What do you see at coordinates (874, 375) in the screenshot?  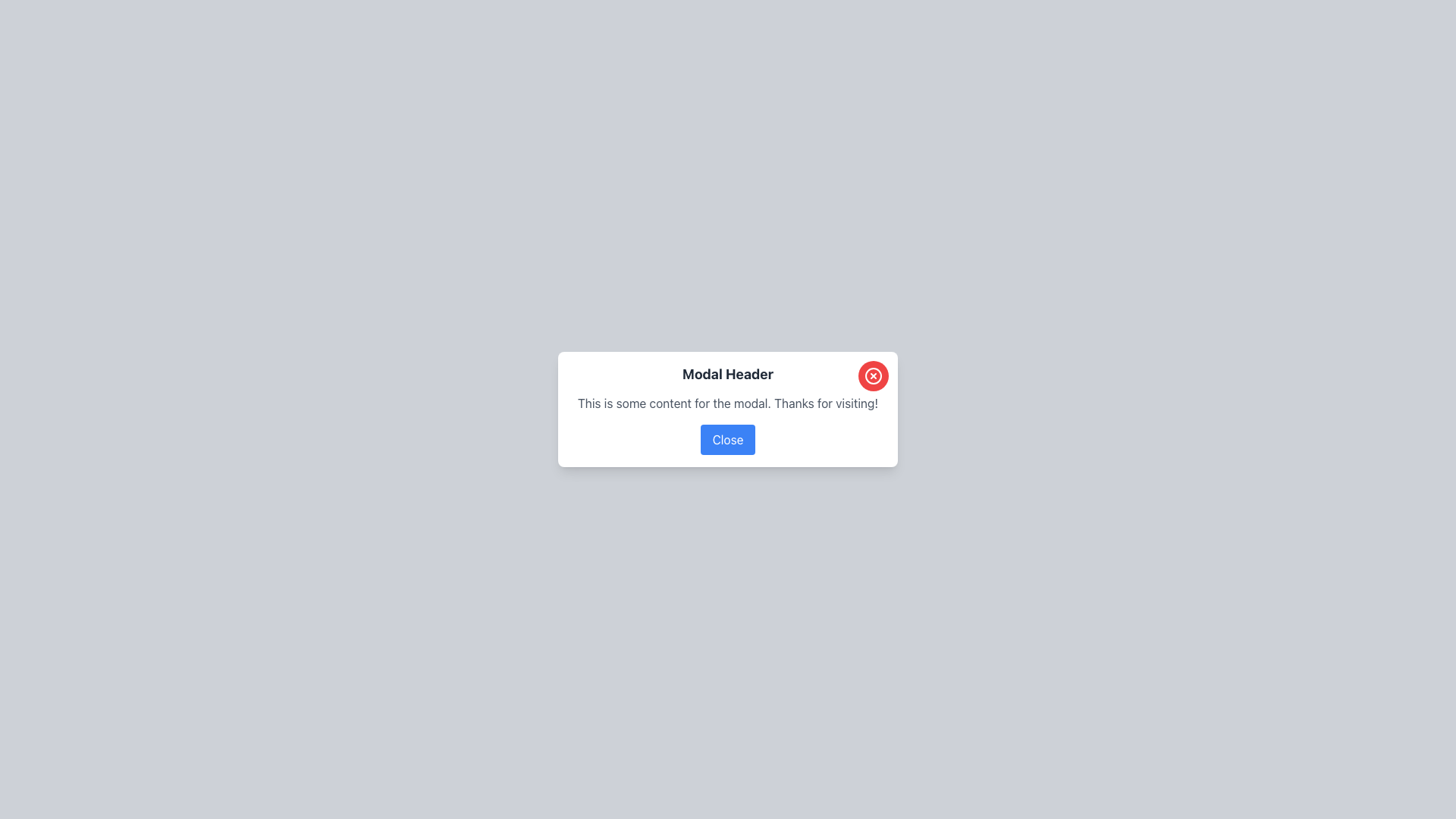 I see `the circular red button with a white 'X' icon, located at the top-right corner of the modal with the header 'Modal Header'` at bounding box center [874, 375].